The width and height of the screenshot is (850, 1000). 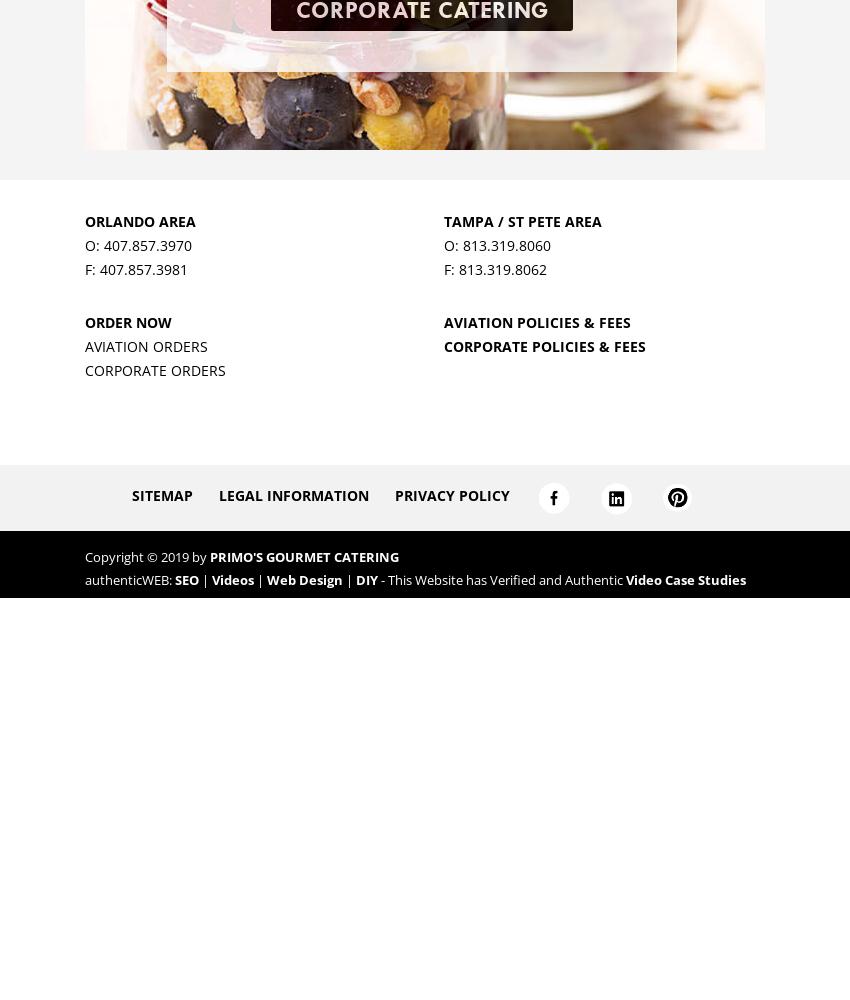 I want to click on 'authenticWEB:', so click(x=129, y=579).